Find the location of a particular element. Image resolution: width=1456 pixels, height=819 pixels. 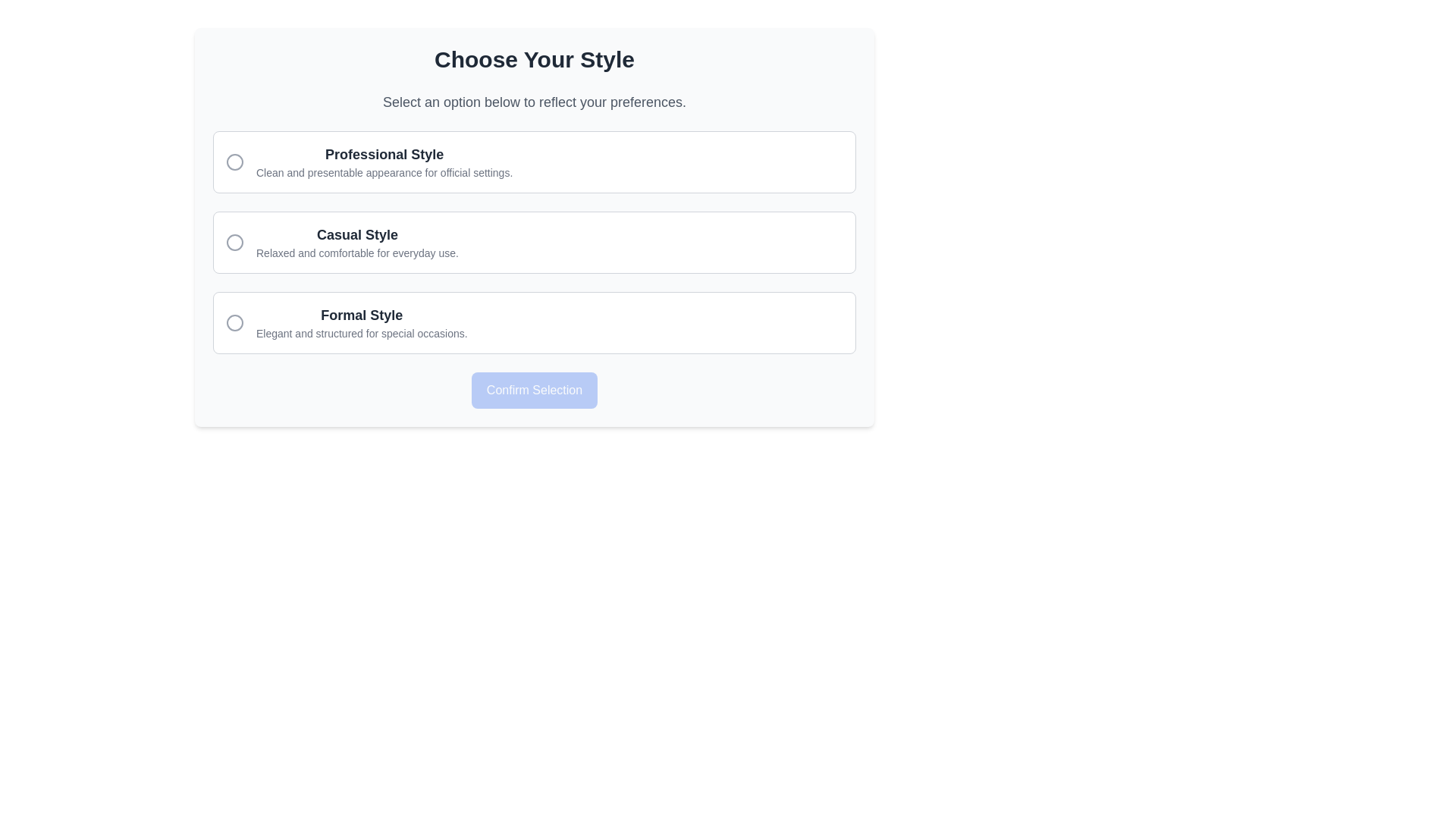

SVG Circle element with a 10-pixel radius that is part of the 'Casual Style' option in the selectable styles list by using developer tools is located at coordinates (234, 242).